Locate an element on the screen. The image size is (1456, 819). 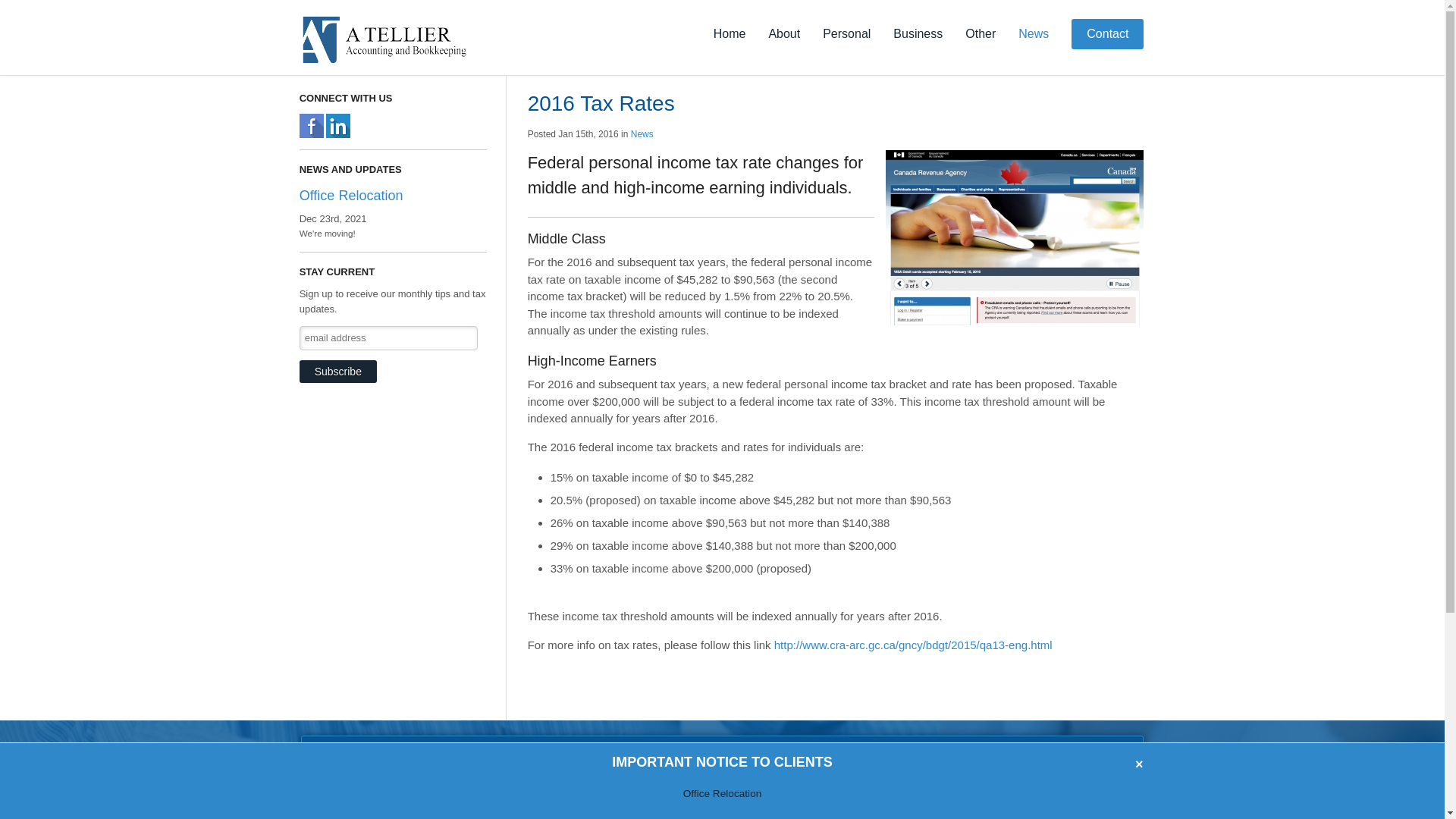
'http://www.cra-arc.gc.ca/gncy/bdgt/2015/qa13-eng.html' is located at coordinates (912, 645).